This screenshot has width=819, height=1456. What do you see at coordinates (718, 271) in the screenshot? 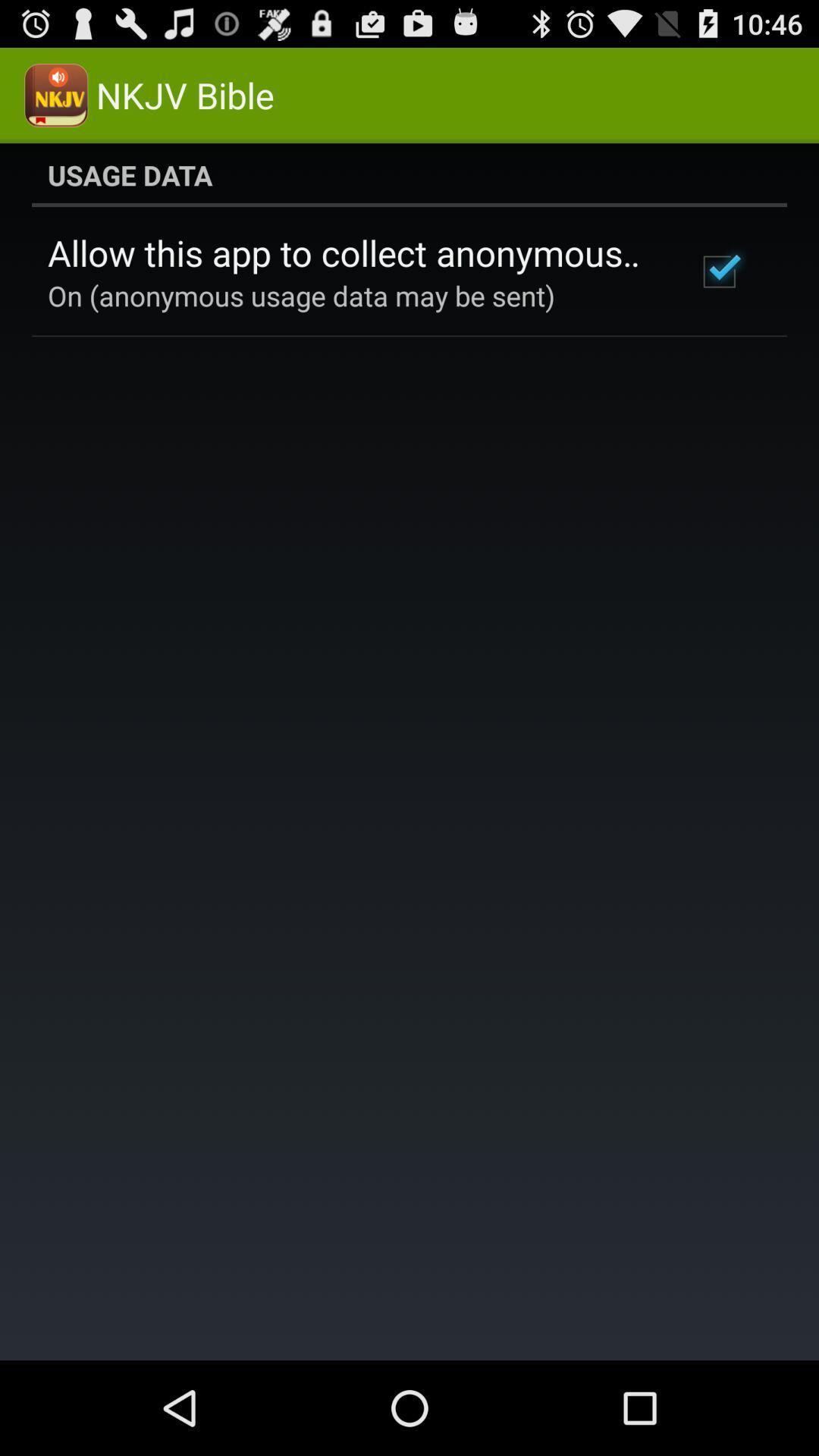
I see `app next to allow this app item` at bounding box center [718, 271].